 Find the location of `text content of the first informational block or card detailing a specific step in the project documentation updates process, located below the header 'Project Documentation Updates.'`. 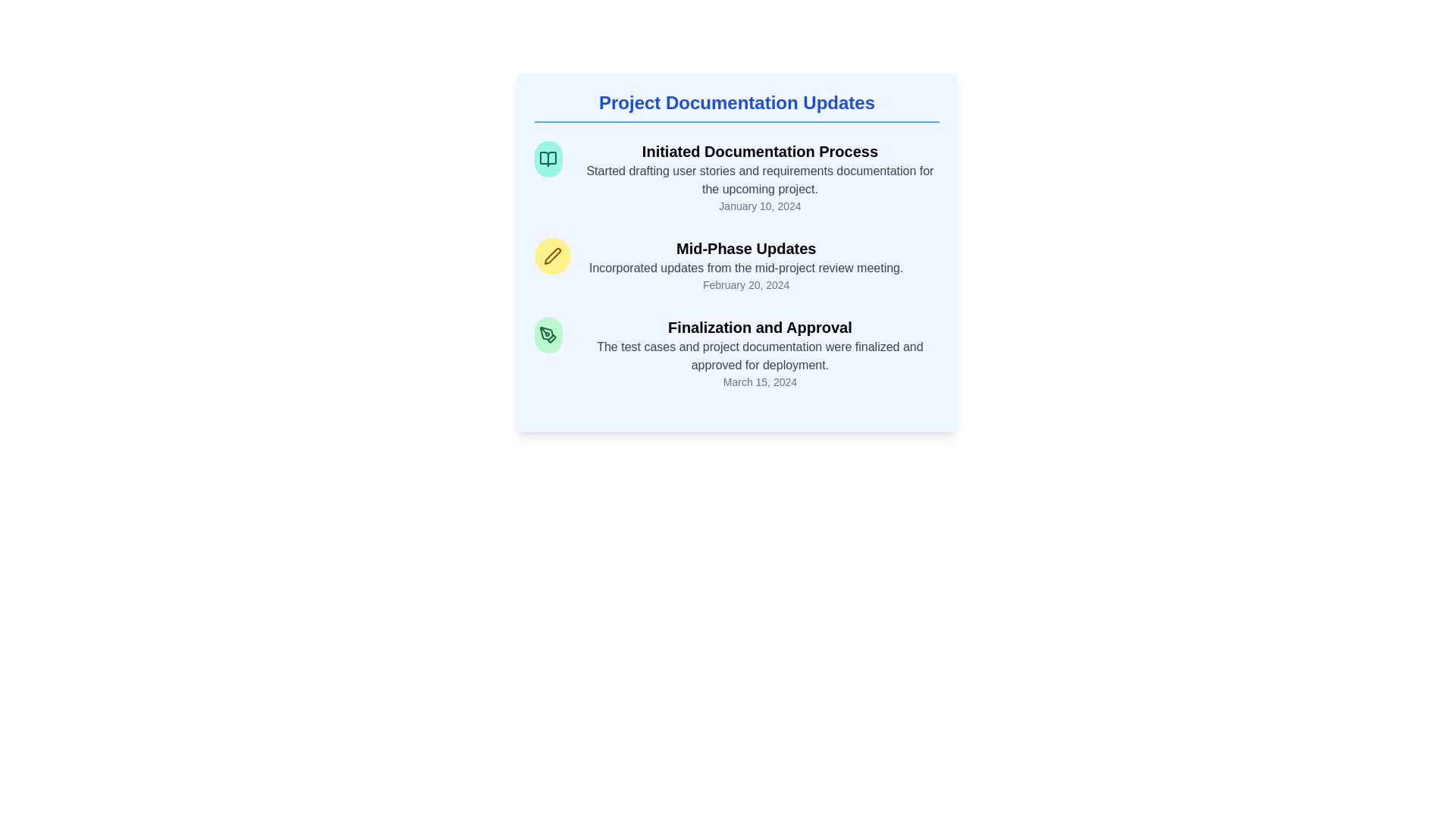

text content of the first informational block or card detailing a specific step in the project documentation updates process, located below the header 'Project Documentation Updates.' is located at coordinates (736, 177).